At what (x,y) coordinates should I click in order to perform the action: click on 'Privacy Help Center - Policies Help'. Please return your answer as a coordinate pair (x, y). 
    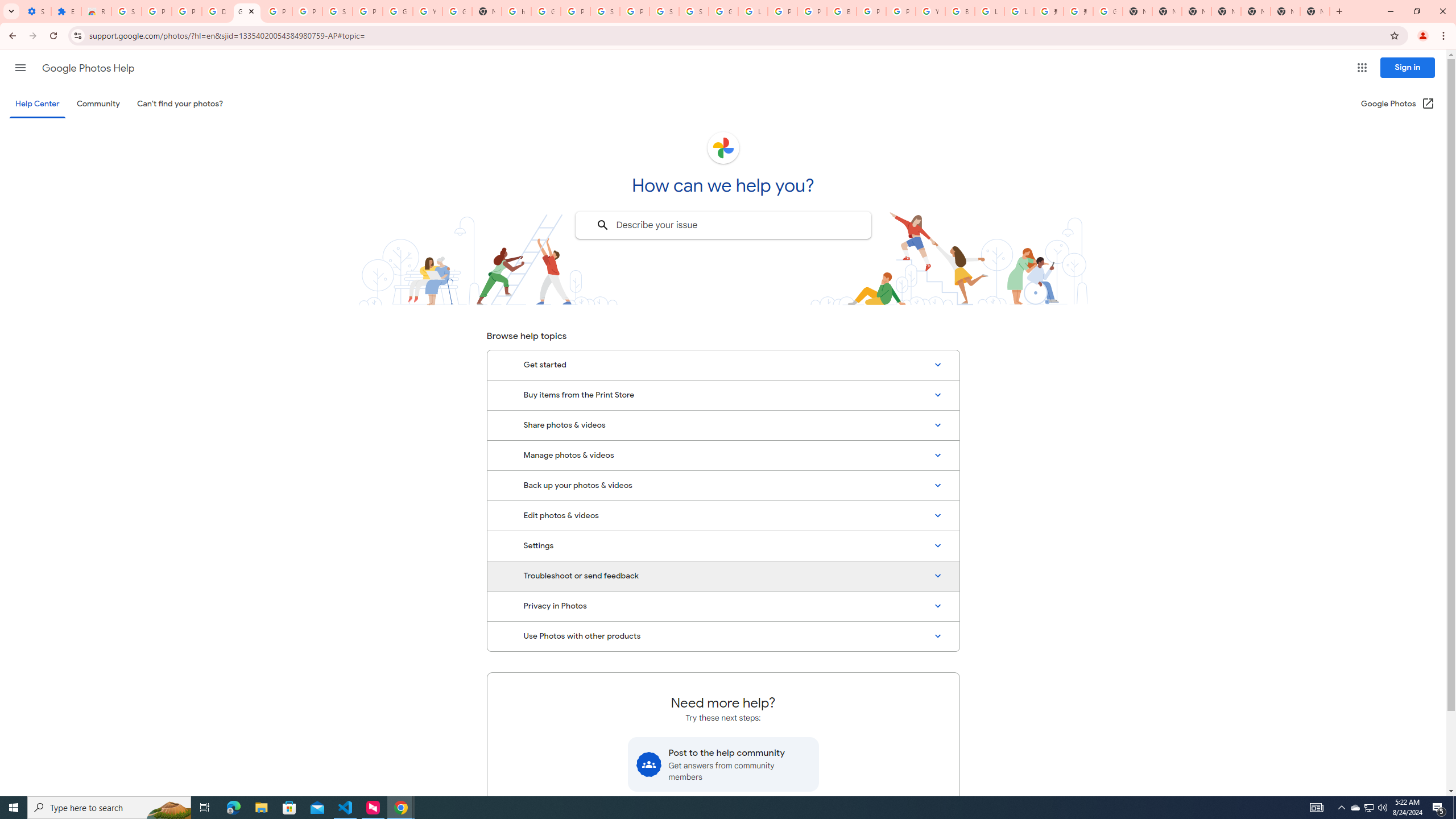
    Looking at the image, I should click on (811, 11).